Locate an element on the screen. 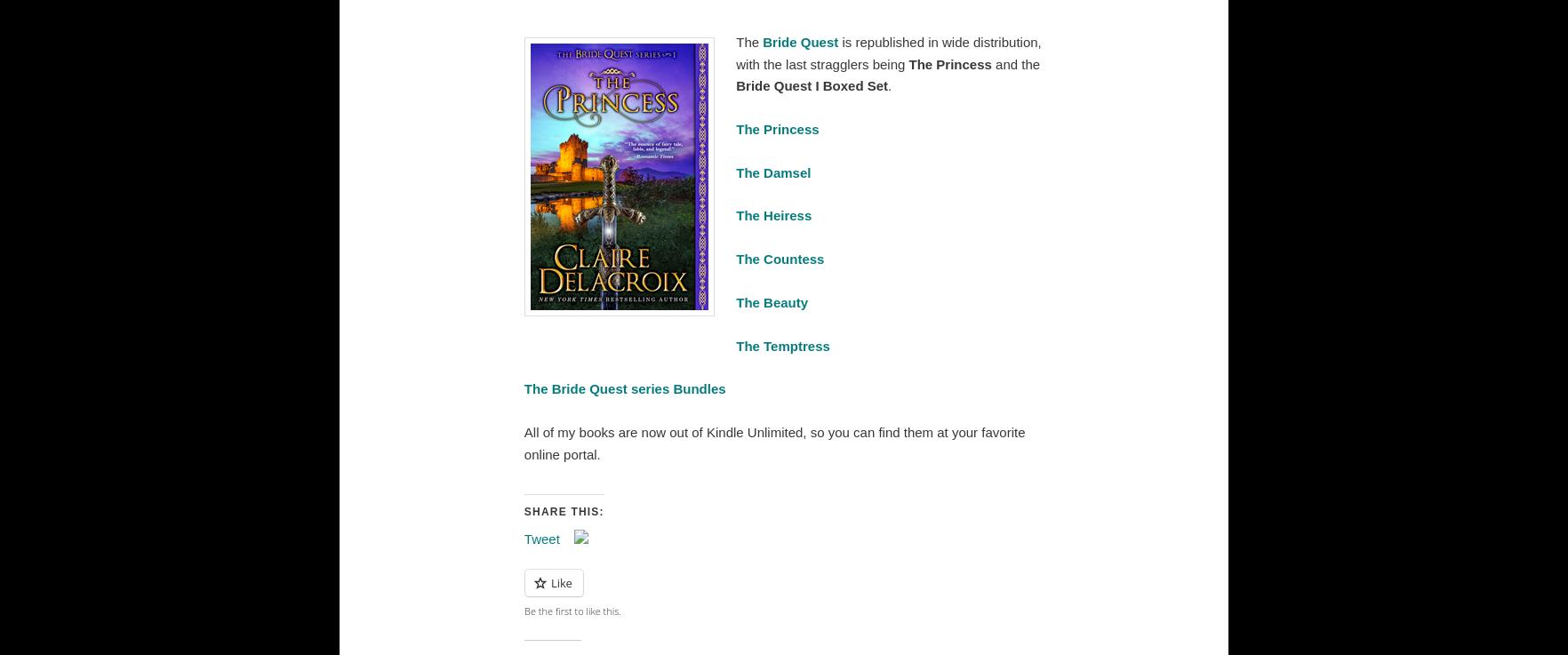 The height and width of the screenshot is (655, 1568). 'and the' is located at coordinates (1015, 63).